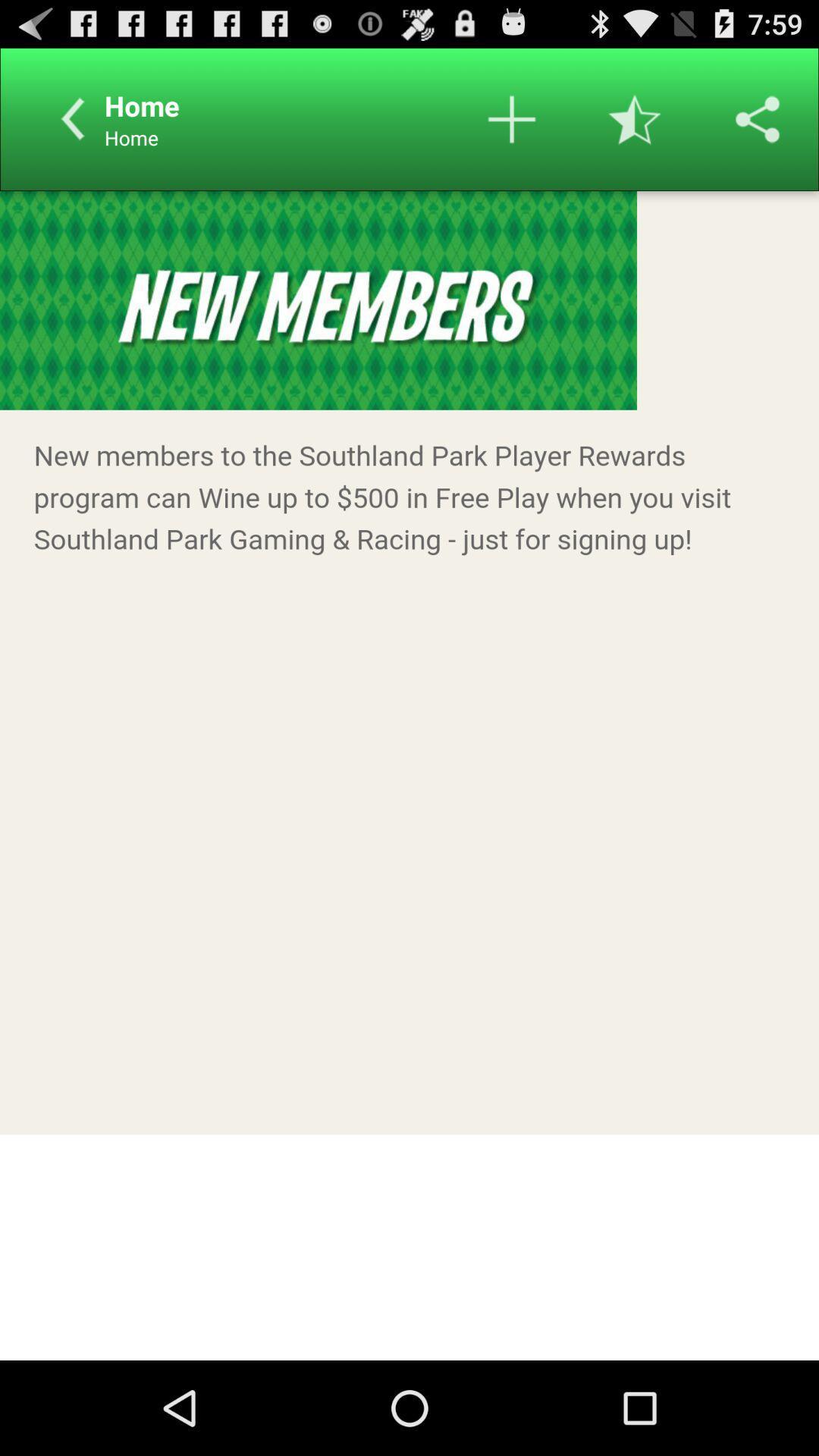  Describe the element at coordinates (758, 118) in the screenshot. I see `share the page` at that location.